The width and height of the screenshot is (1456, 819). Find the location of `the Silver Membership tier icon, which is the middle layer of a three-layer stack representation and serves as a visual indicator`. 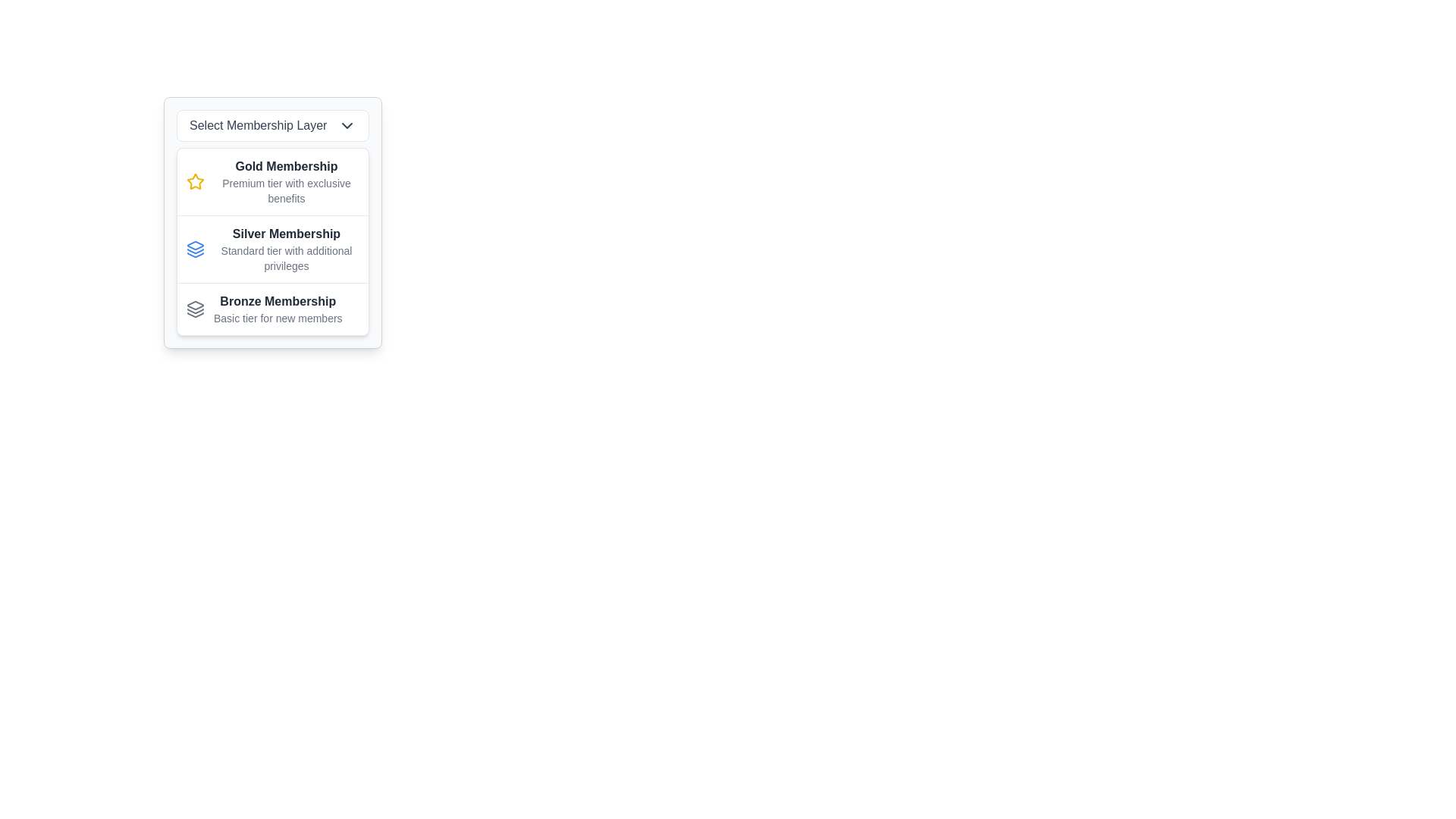

the Silver Membership tier icon, which is the middle layer of a three-layer stack representation and serves as a visual indicator is located at coordinates (195, 250).